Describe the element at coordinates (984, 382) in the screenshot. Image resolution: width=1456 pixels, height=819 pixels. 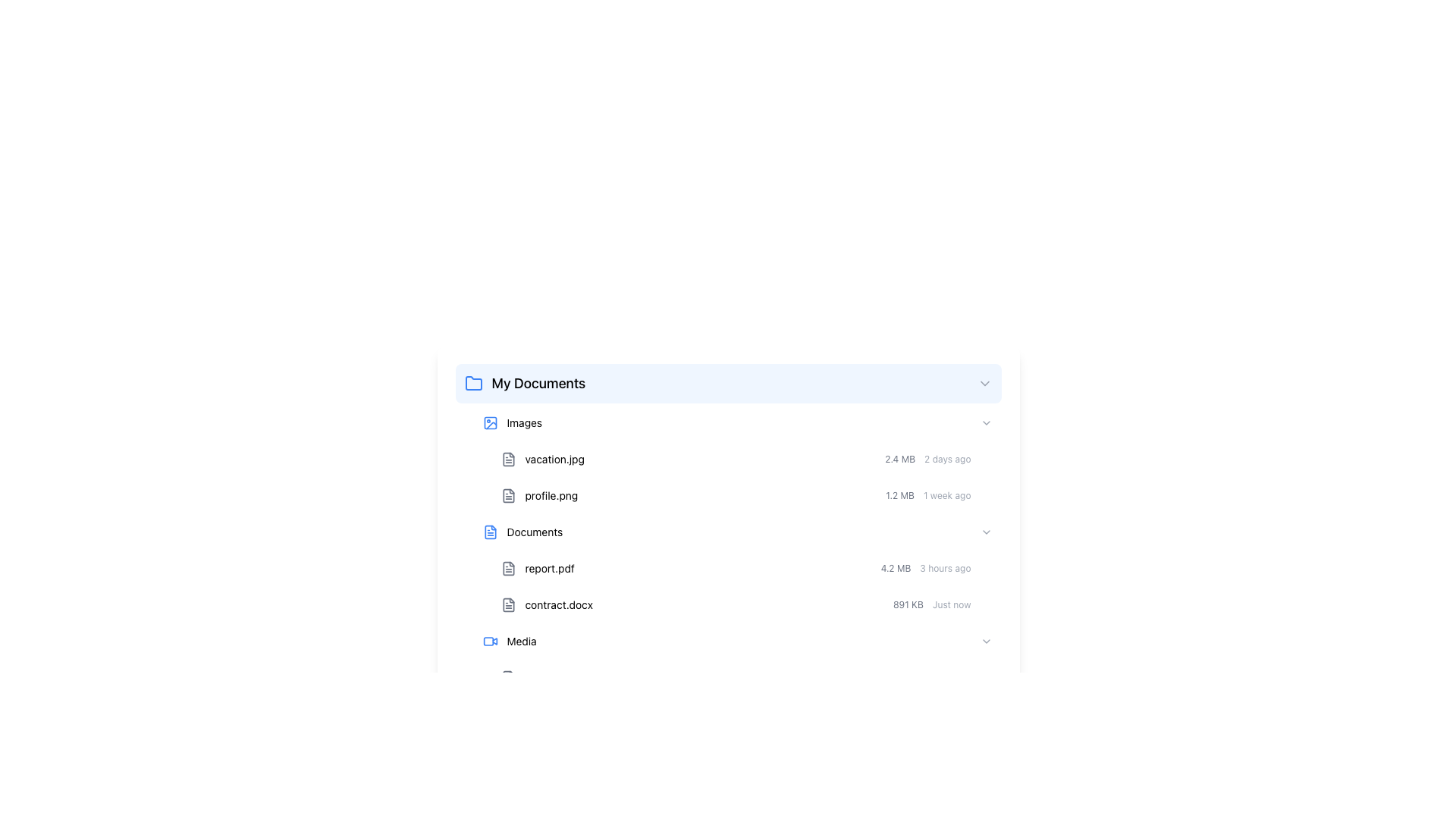
I see `the collapsible indicator arrow in the top-right corner of the 'My Documents' section header` at that location.